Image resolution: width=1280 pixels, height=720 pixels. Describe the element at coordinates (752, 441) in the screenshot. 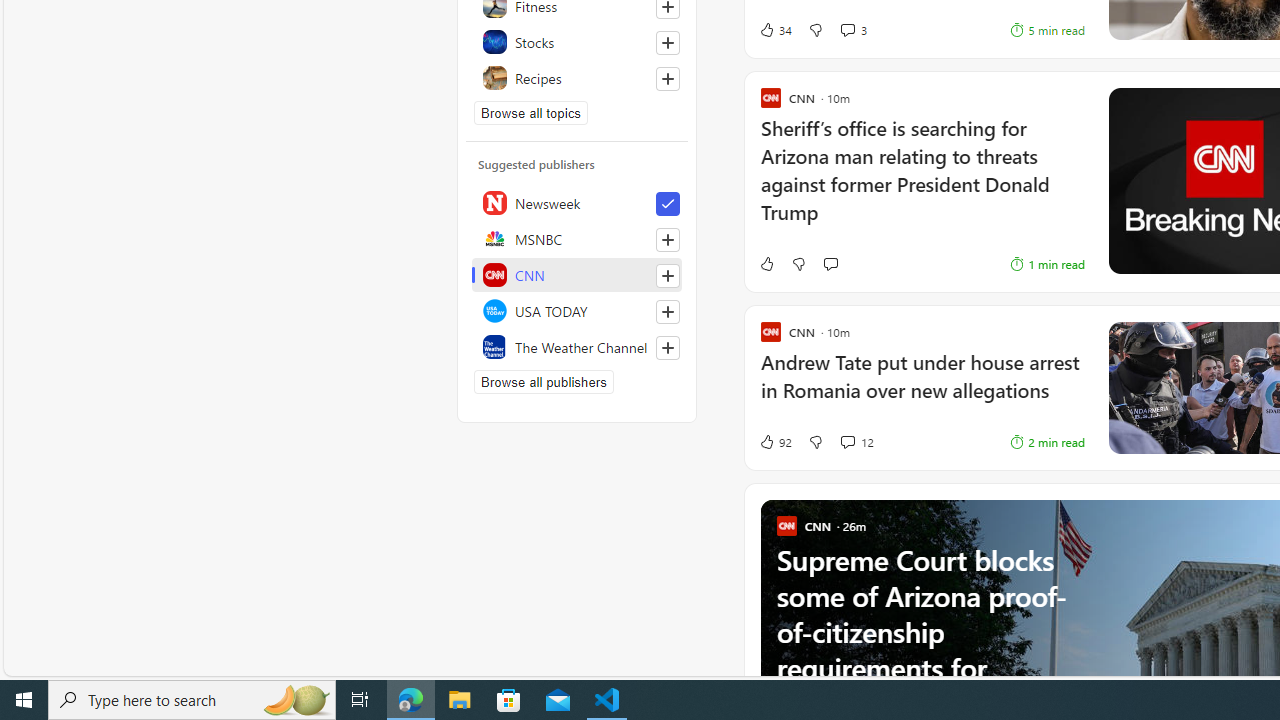

I see `'92 Like'` at that location.